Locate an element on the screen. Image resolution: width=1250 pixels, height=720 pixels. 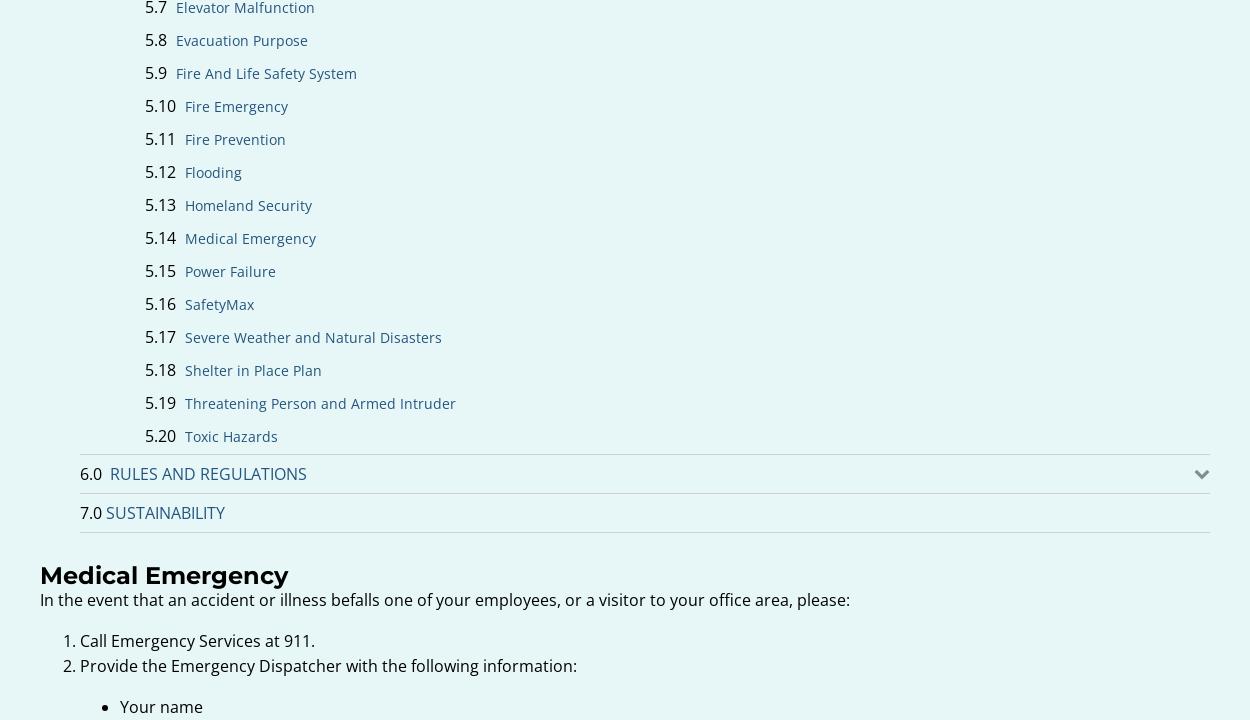
'Shelter in Place Plan' is located at coordinates (253, 370).